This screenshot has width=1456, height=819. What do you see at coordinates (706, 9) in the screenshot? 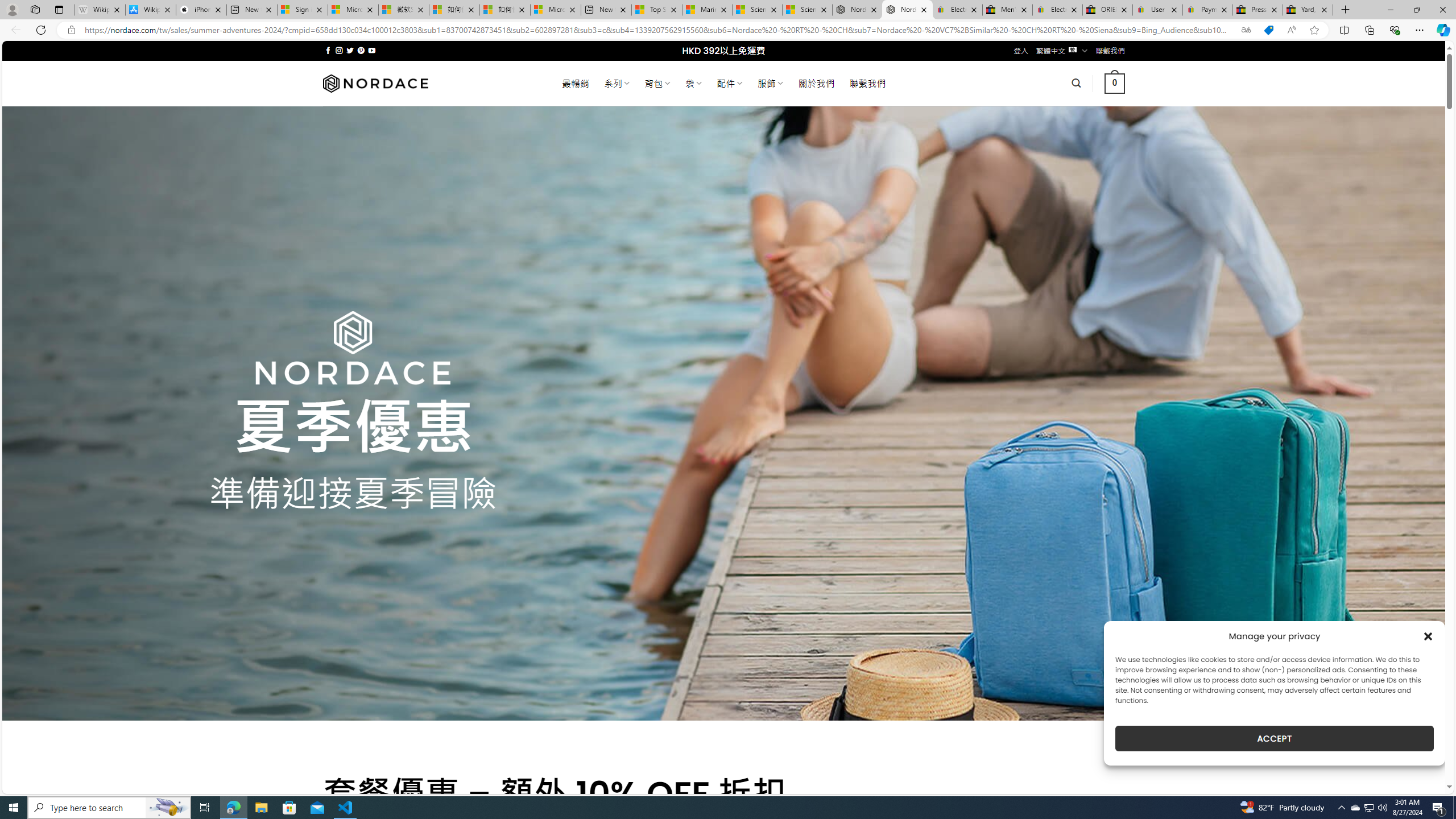
I see `'Marine life - MSN'` at bounding box center [706, 9].